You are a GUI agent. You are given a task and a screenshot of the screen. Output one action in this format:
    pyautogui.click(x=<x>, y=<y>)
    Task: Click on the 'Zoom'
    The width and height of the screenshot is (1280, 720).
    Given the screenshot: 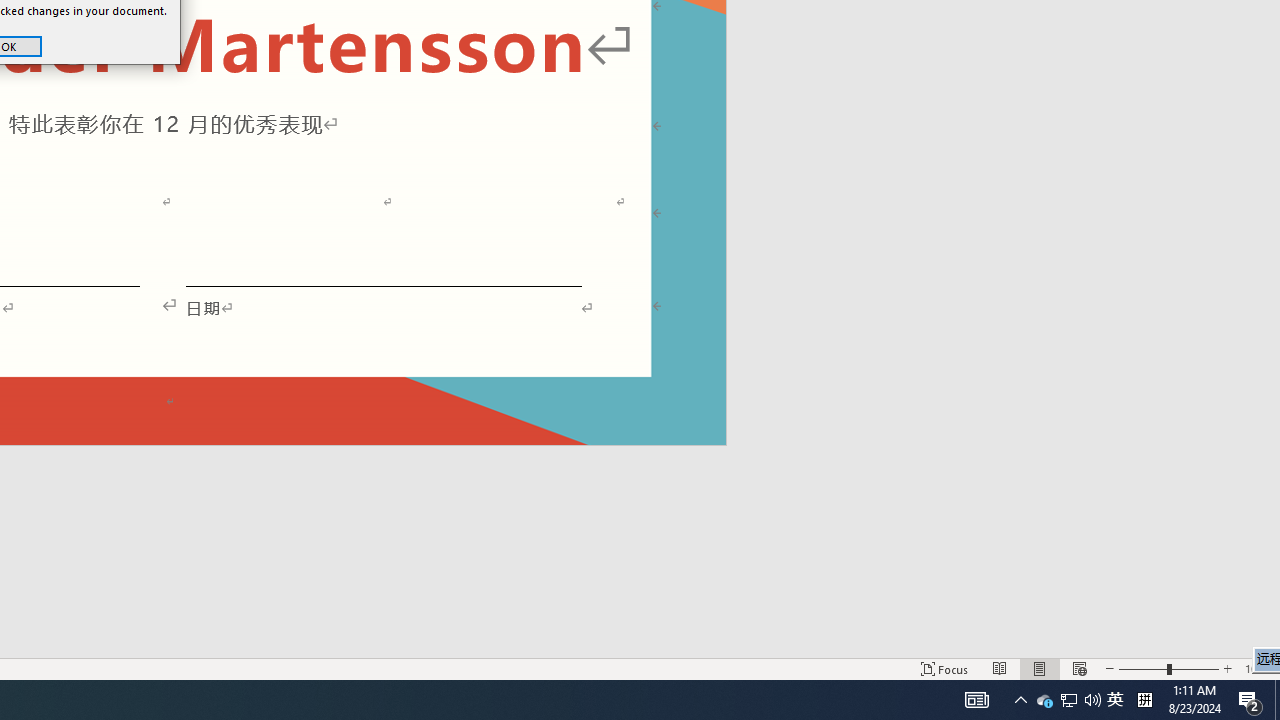 What is the action you would take?
    pyautogui.click(x=1168, y=669)
    